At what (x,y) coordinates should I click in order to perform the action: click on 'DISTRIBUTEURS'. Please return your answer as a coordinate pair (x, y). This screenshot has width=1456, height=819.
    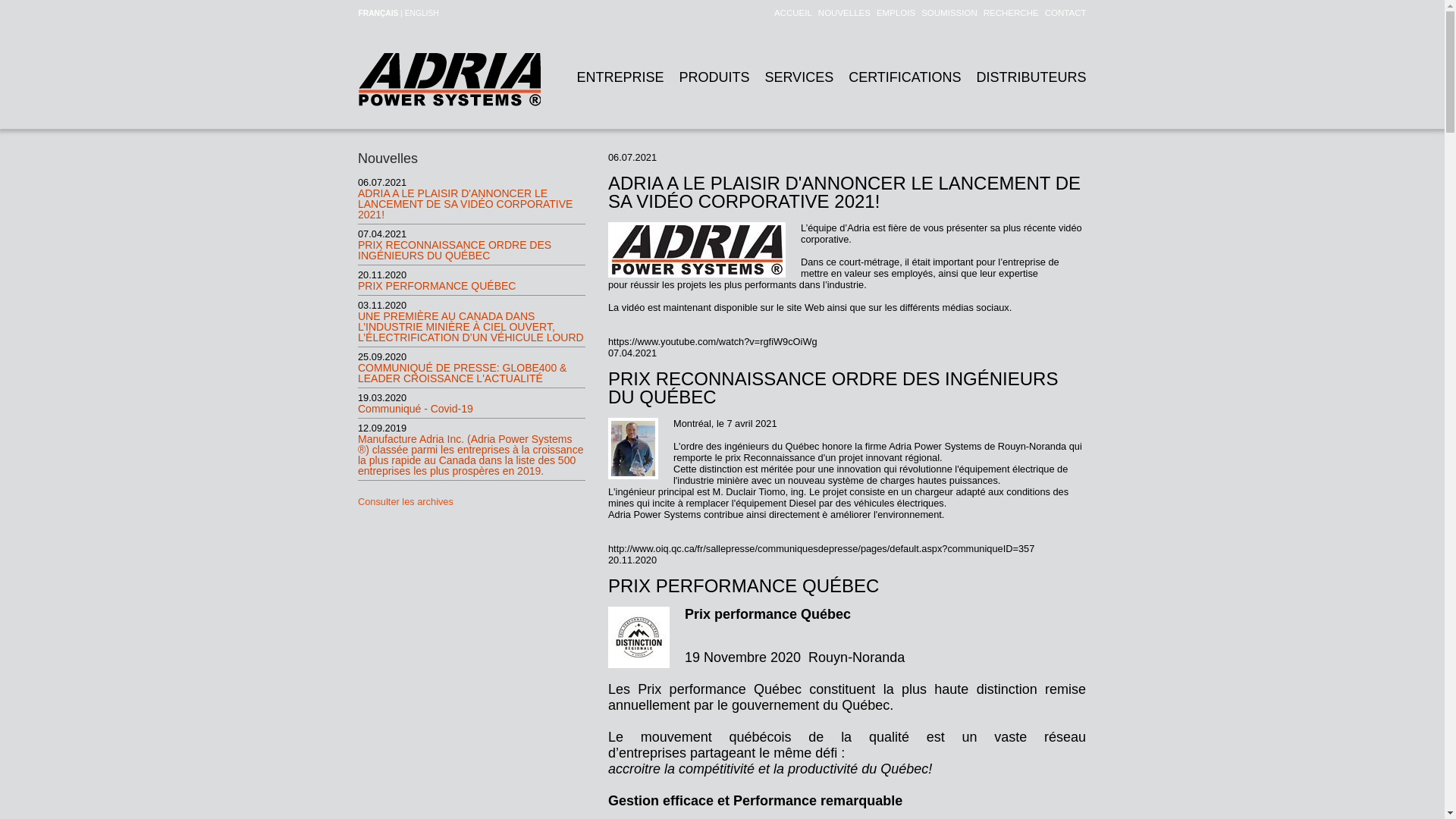
    Looking at the image, I should click on (1031, 77).